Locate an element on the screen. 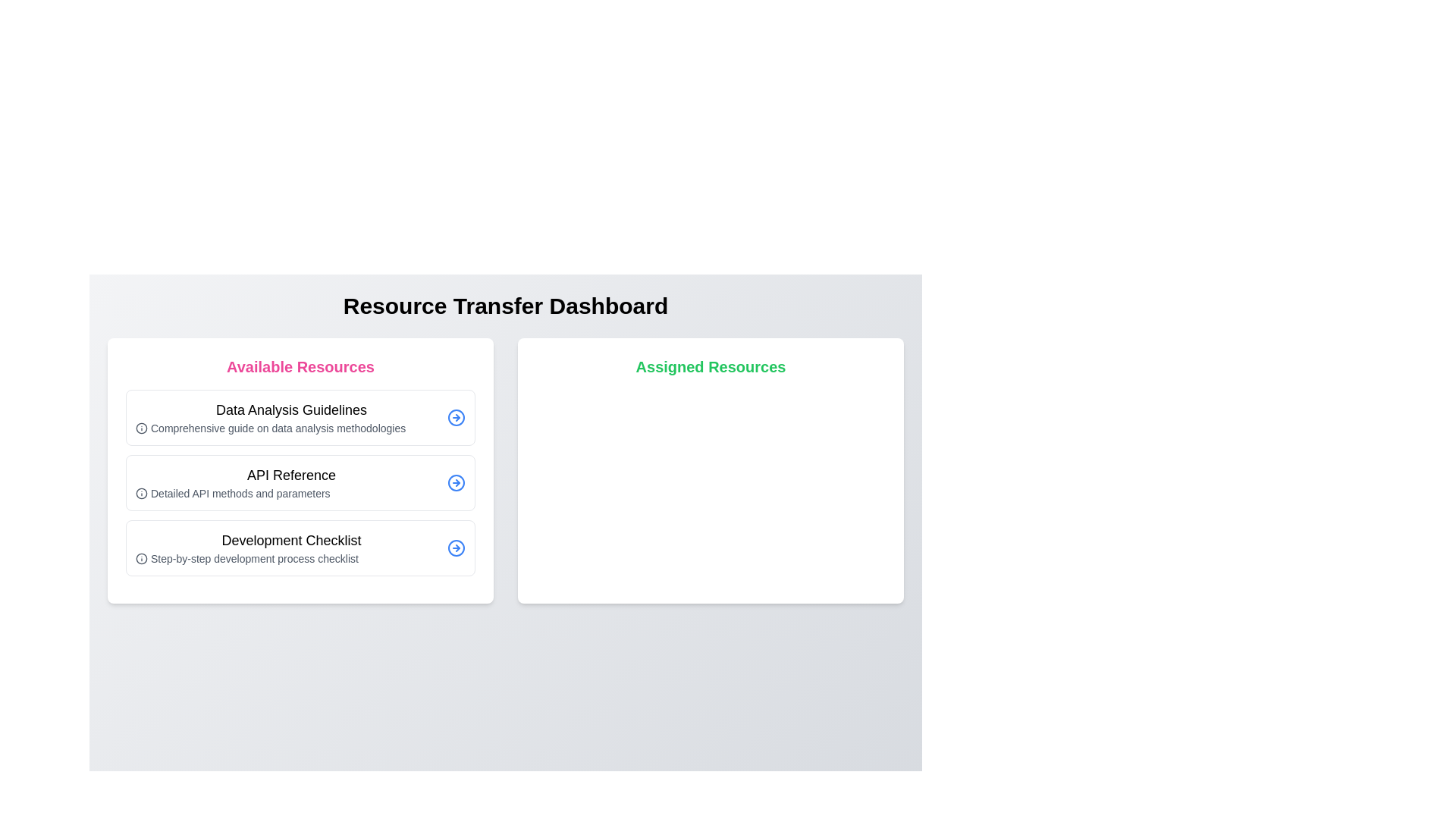 The image size is (1456, 819). the blue arrow icon in the 'Development Checklist' section is located at coordinates (455, 548).